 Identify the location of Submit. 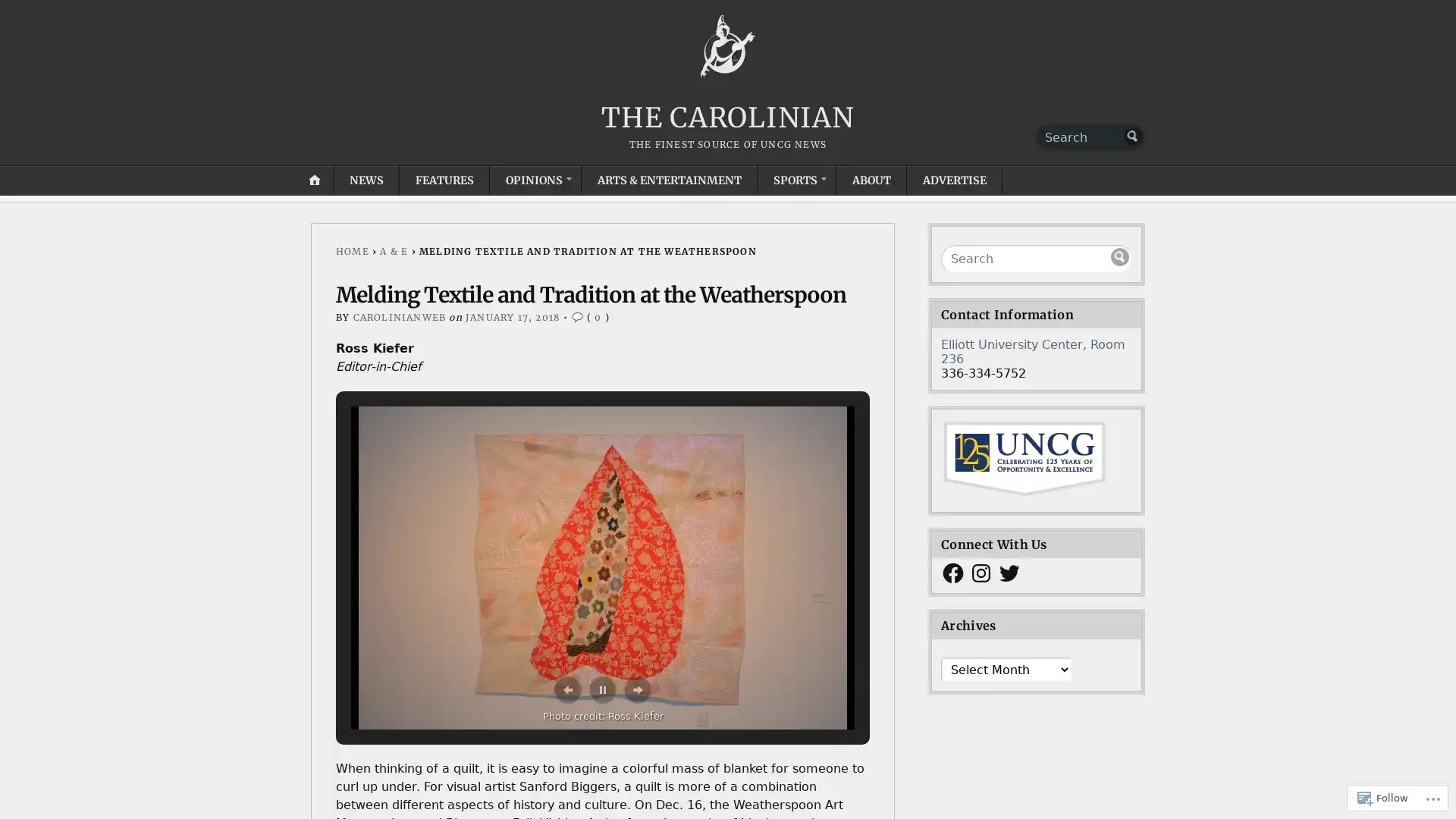
(1120, 256).